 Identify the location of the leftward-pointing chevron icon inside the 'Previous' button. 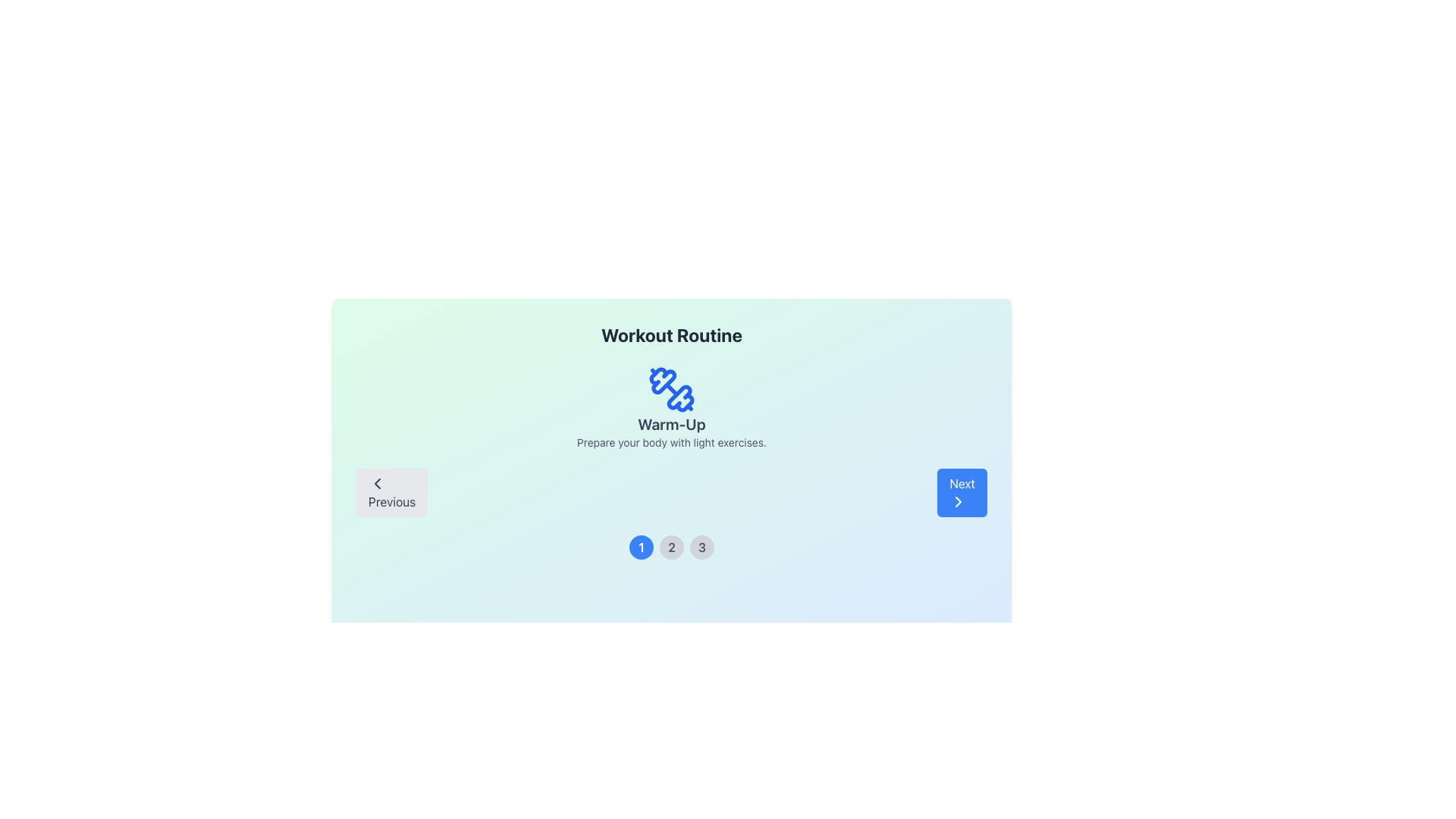
(378, 483).